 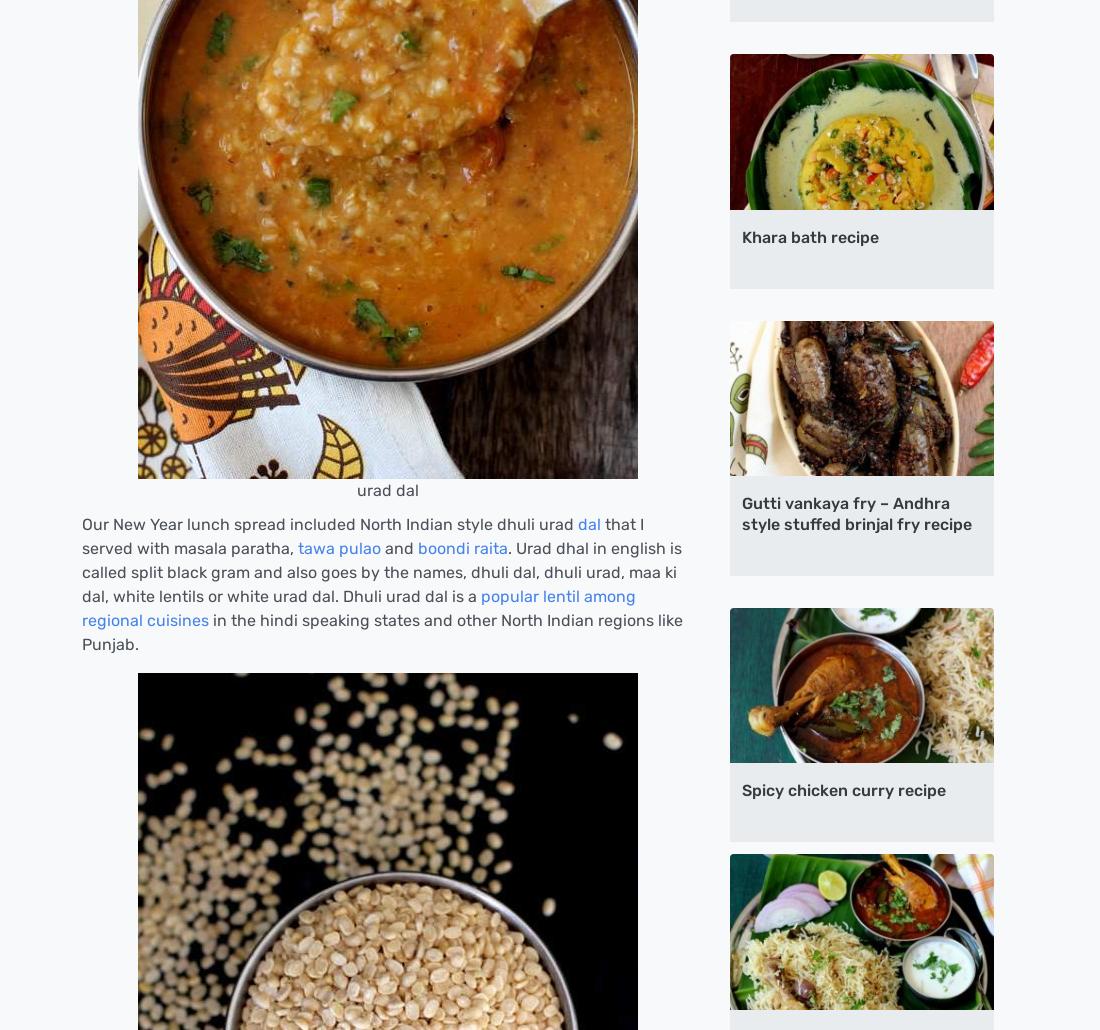 I want to click on 'boondi raita', so click(x=461, y=547).